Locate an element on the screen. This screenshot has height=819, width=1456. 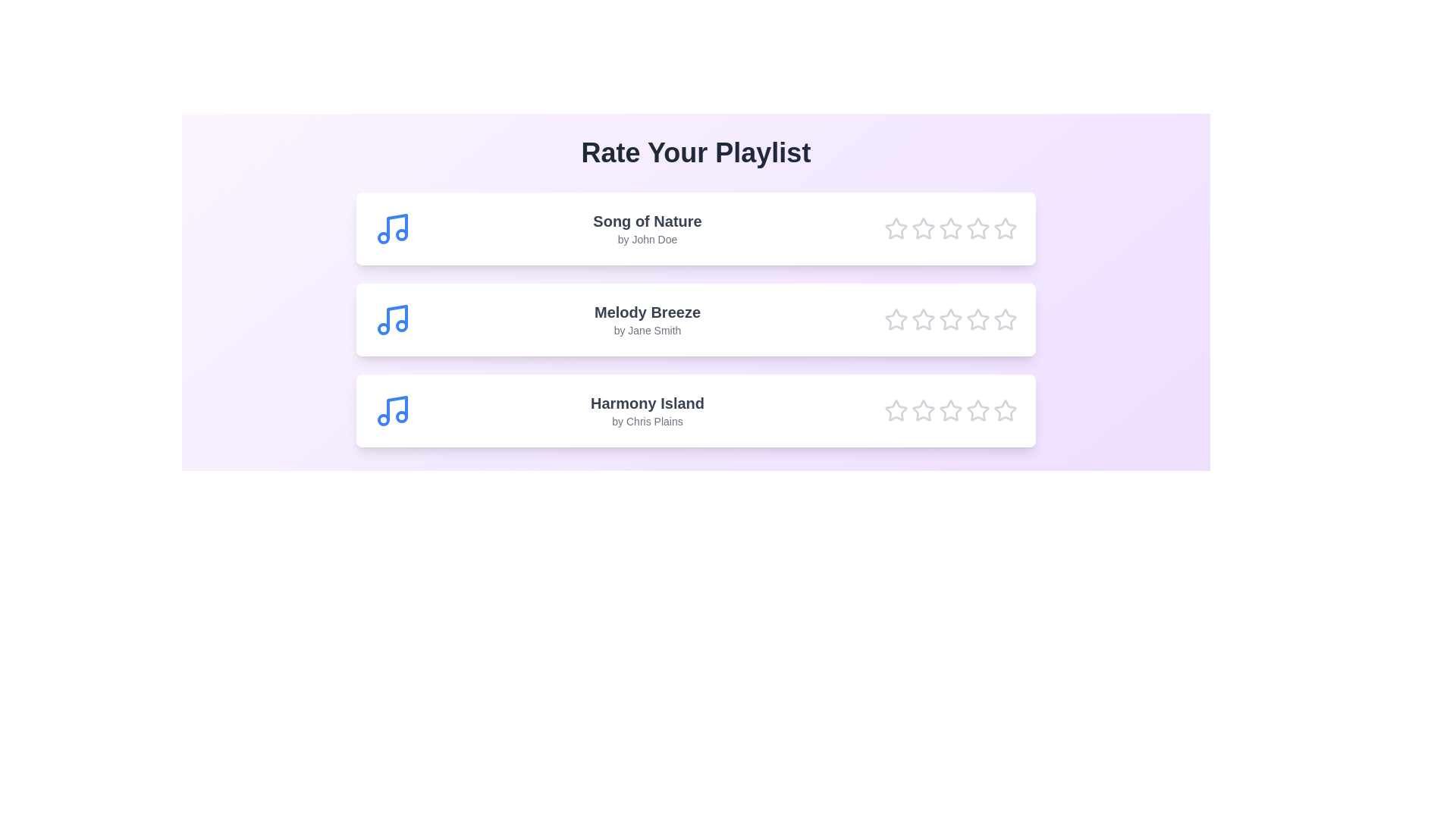
the star corresponding to 2 for the song Song of Nature is located at coordinates (923, 228).